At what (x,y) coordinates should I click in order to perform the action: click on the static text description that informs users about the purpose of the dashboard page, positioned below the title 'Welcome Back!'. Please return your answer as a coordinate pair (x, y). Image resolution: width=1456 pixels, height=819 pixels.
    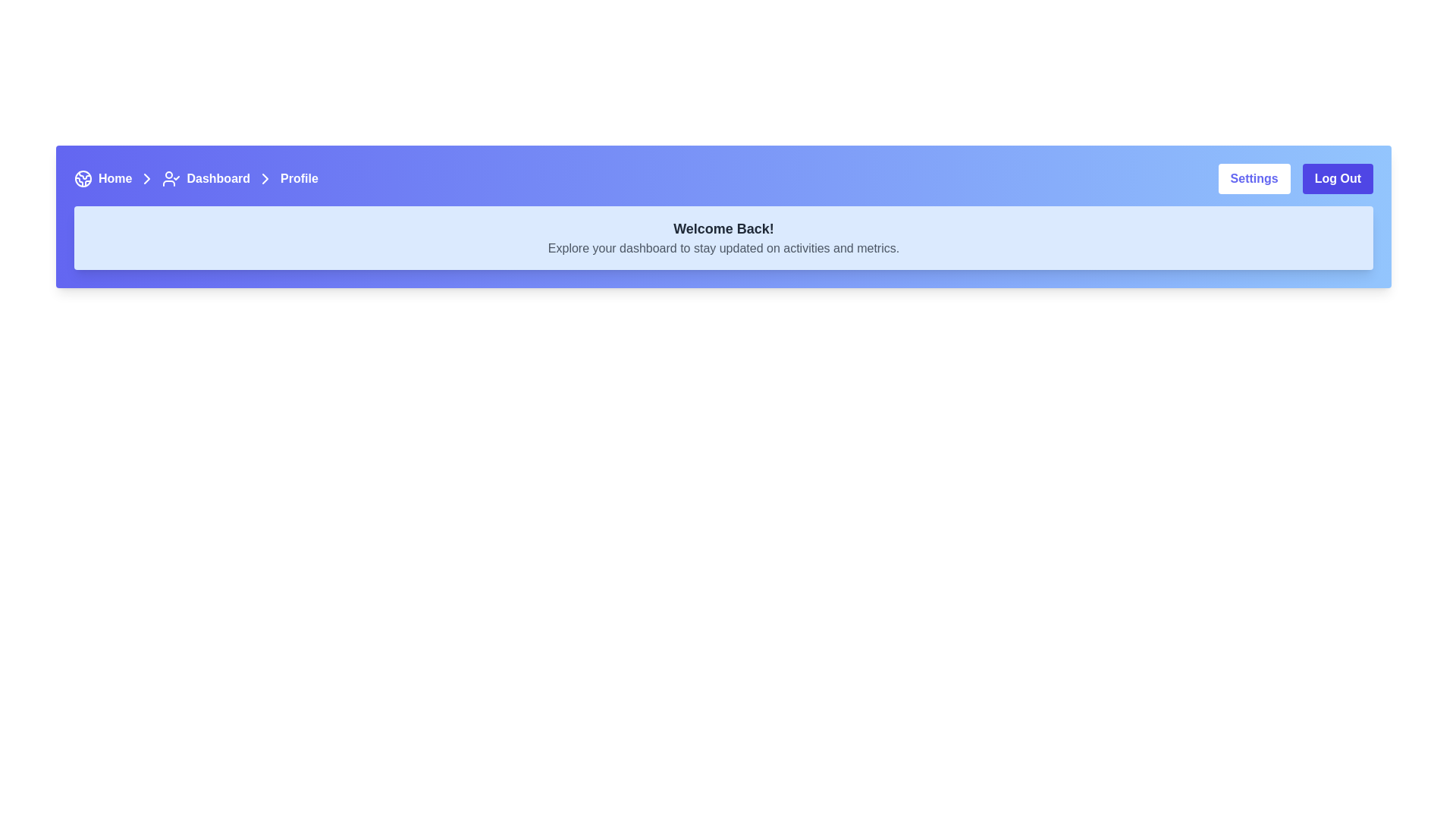
    Looking at the image, I should click on (723, 247).